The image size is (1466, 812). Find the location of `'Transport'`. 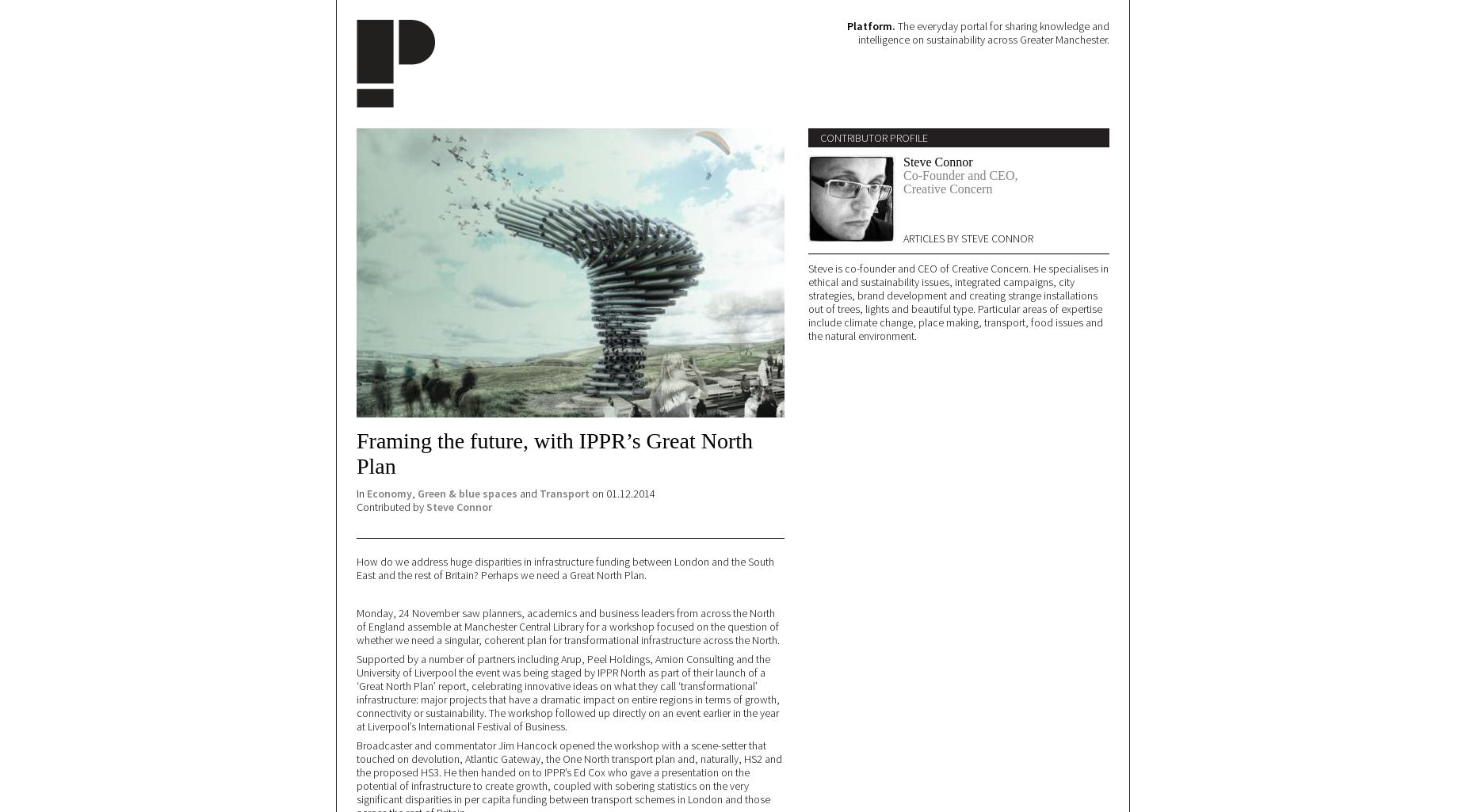

'Transport' is located at coordinates (564, 492).